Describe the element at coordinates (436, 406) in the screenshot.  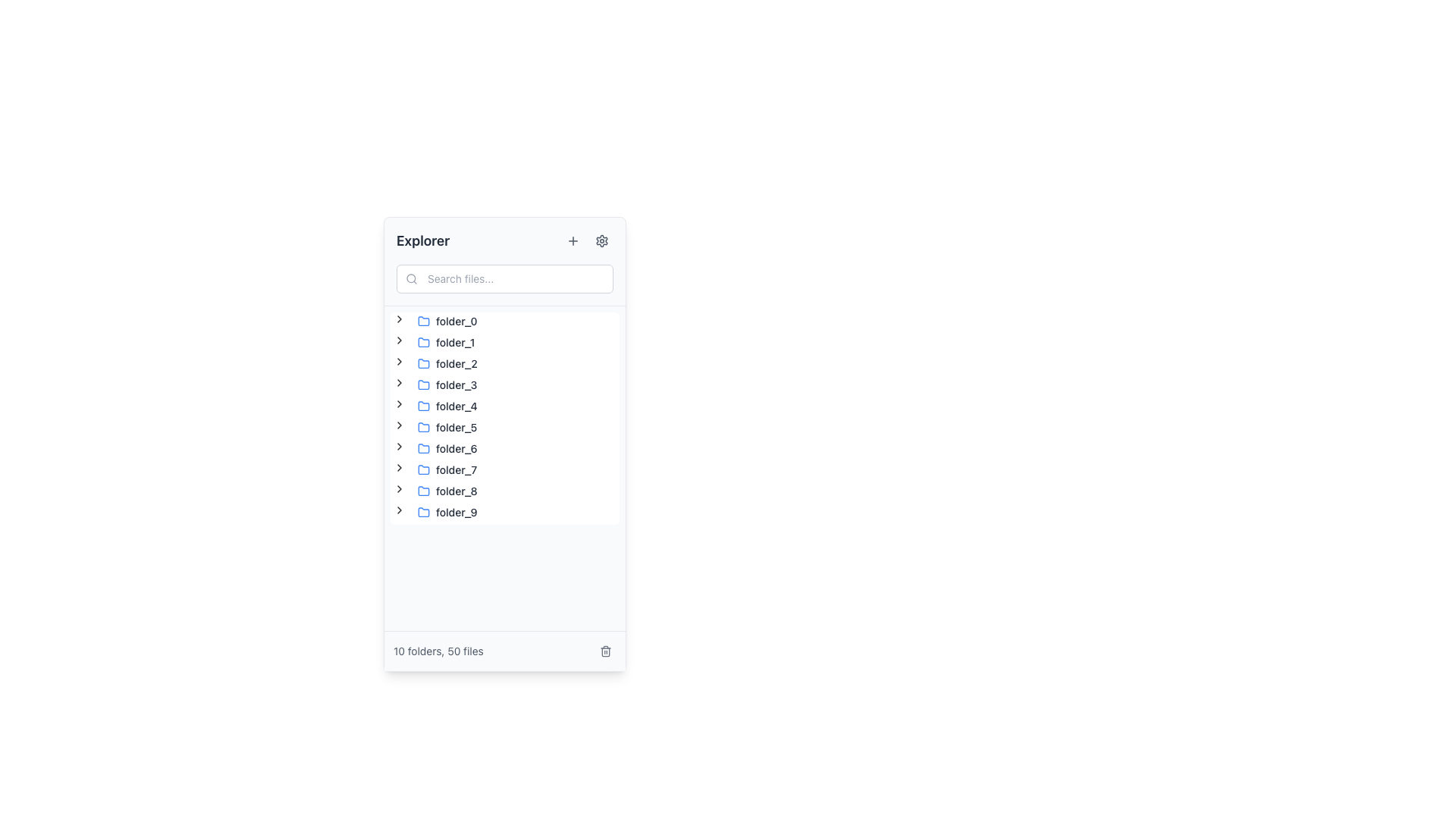
I see `the 'folder_4' directory entry in the file explorer` at that location.